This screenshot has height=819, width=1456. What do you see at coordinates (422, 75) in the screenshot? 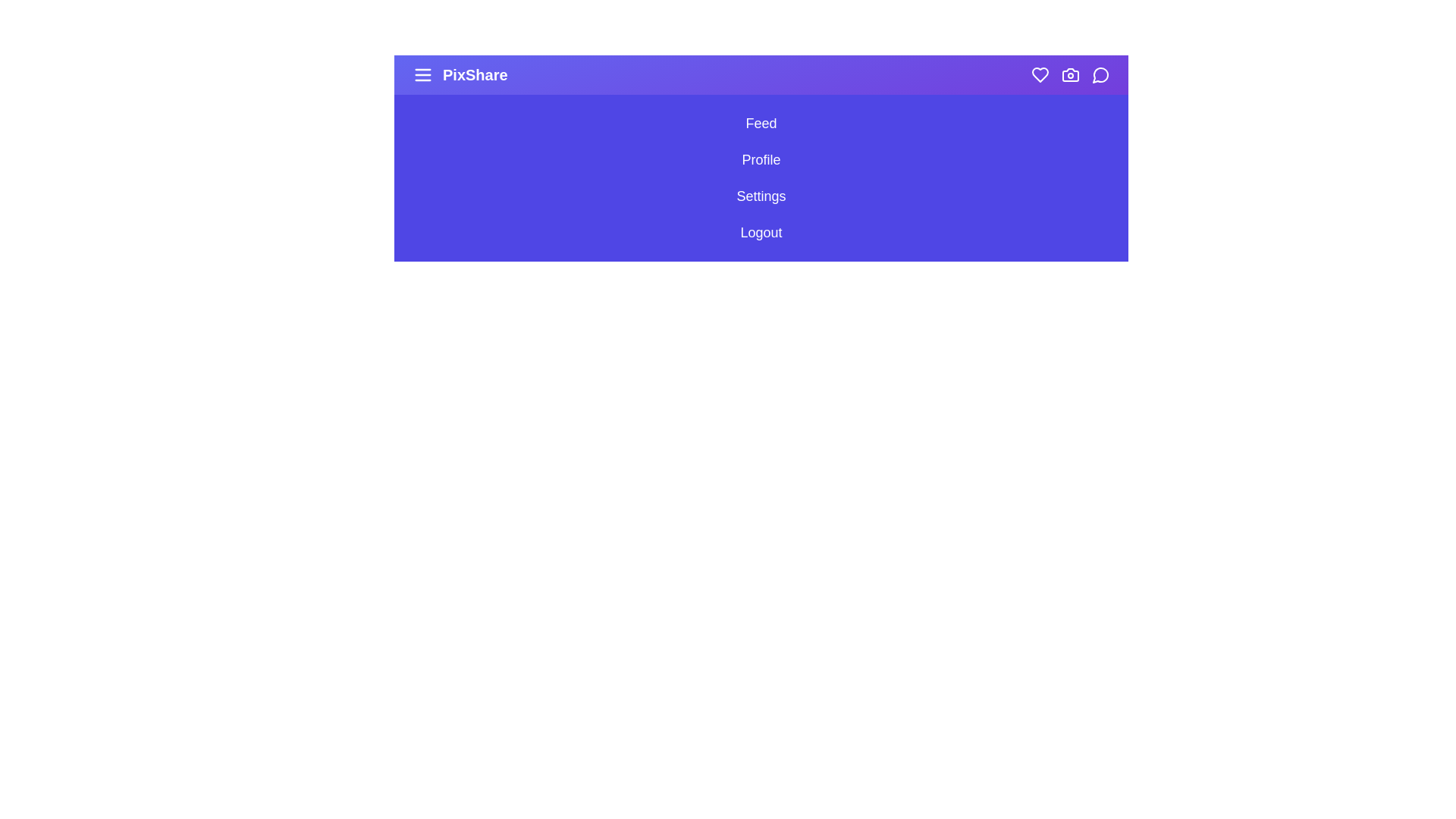
I see `the menu icon to toggle the sidebar menu` at bounding box center [422, 75].